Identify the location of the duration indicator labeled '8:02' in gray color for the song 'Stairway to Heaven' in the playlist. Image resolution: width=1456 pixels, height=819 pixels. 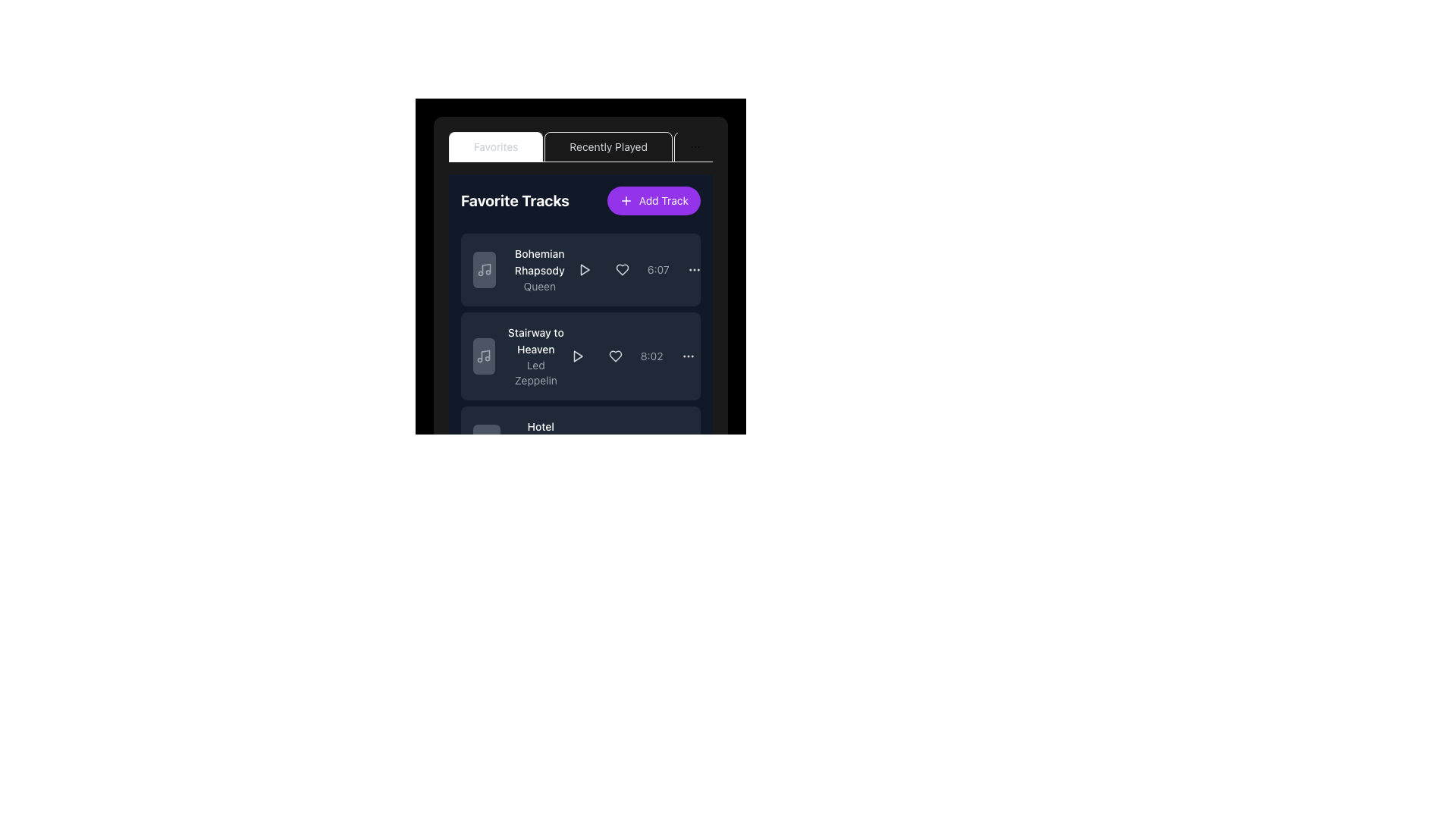
(651, 356).